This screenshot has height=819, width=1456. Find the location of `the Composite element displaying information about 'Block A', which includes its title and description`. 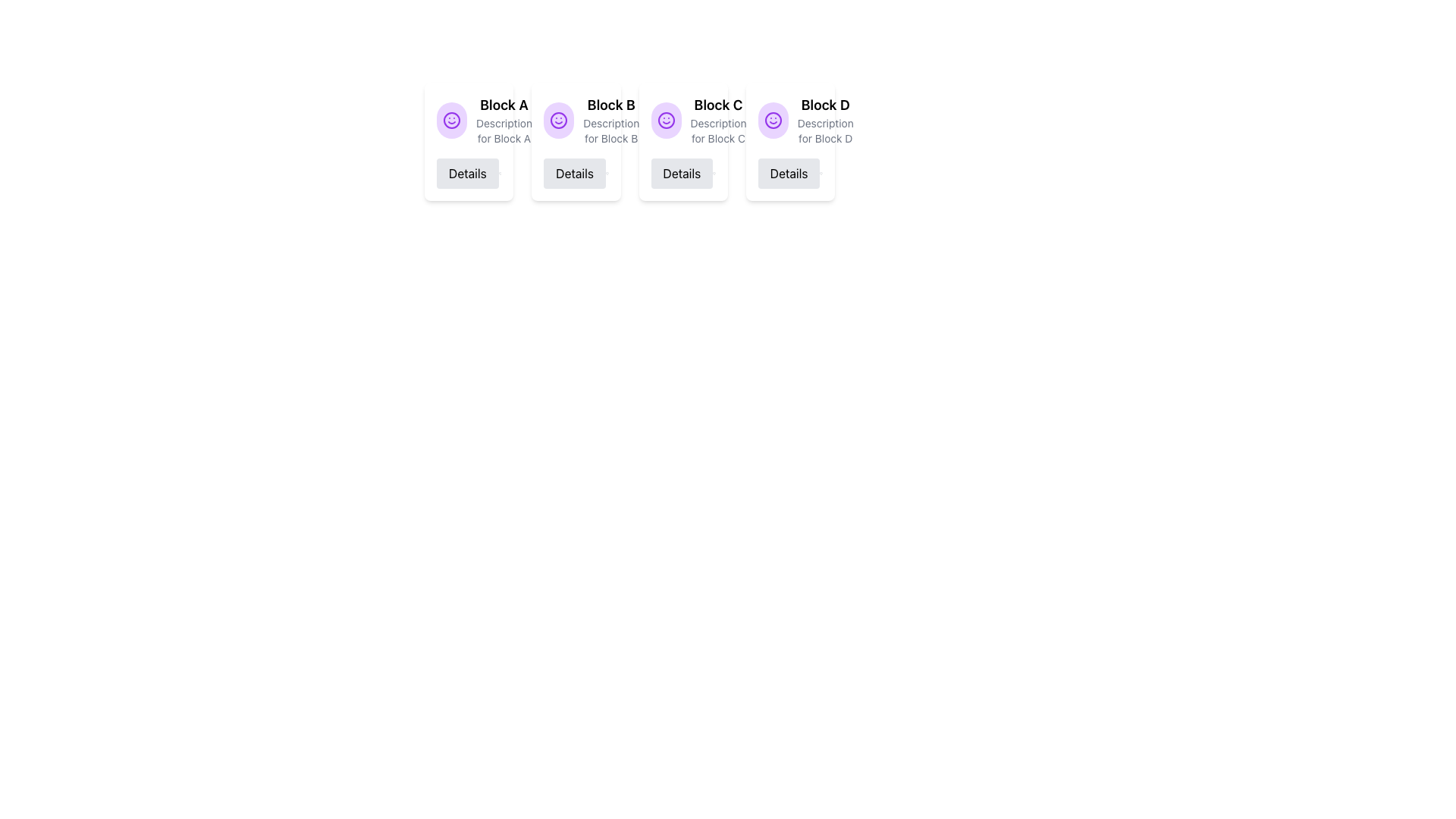

the Composite element displaying information about 'Block A', which includes its title and description is located at coordinates (468, 119).